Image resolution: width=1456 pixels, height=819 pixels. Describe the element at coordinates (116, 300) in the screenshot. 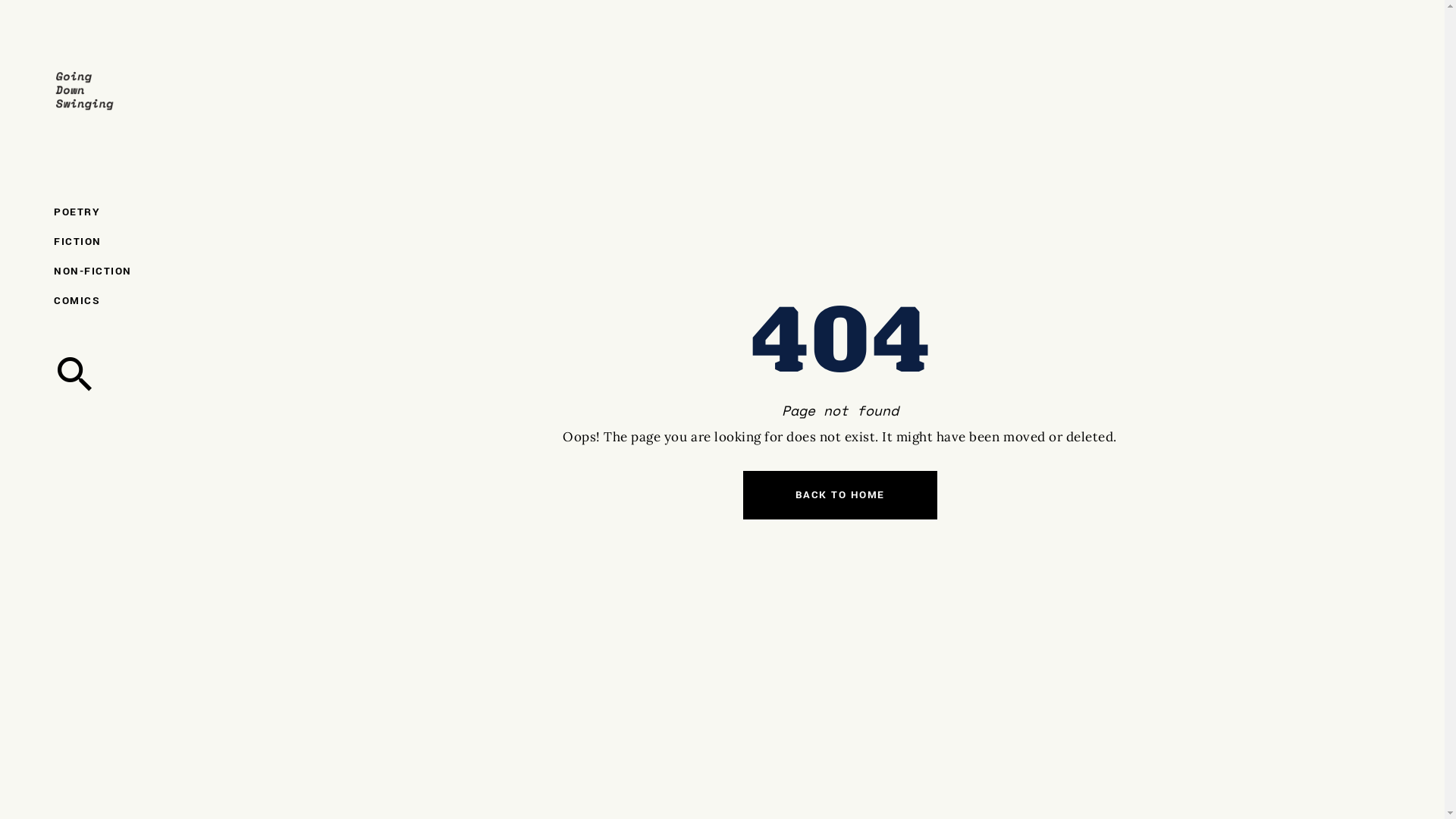

I see `'COMICS'` at that location.